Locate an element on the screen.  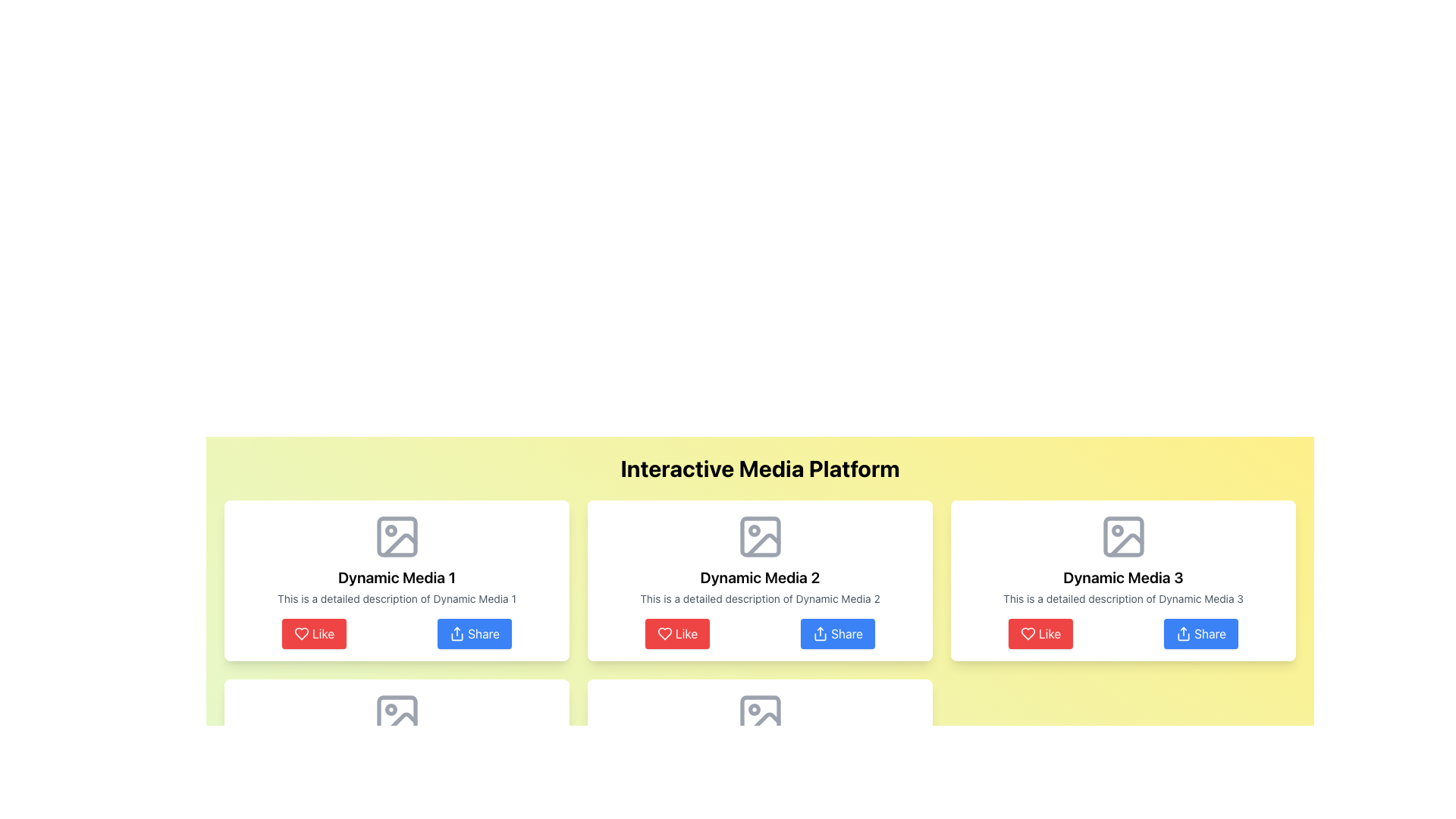
the heart icon within the 'Like' button located at the bottom-left corner of the card for 'Dynamic Media 3' to express liking the associated media is located at coordinates (1028, 634).